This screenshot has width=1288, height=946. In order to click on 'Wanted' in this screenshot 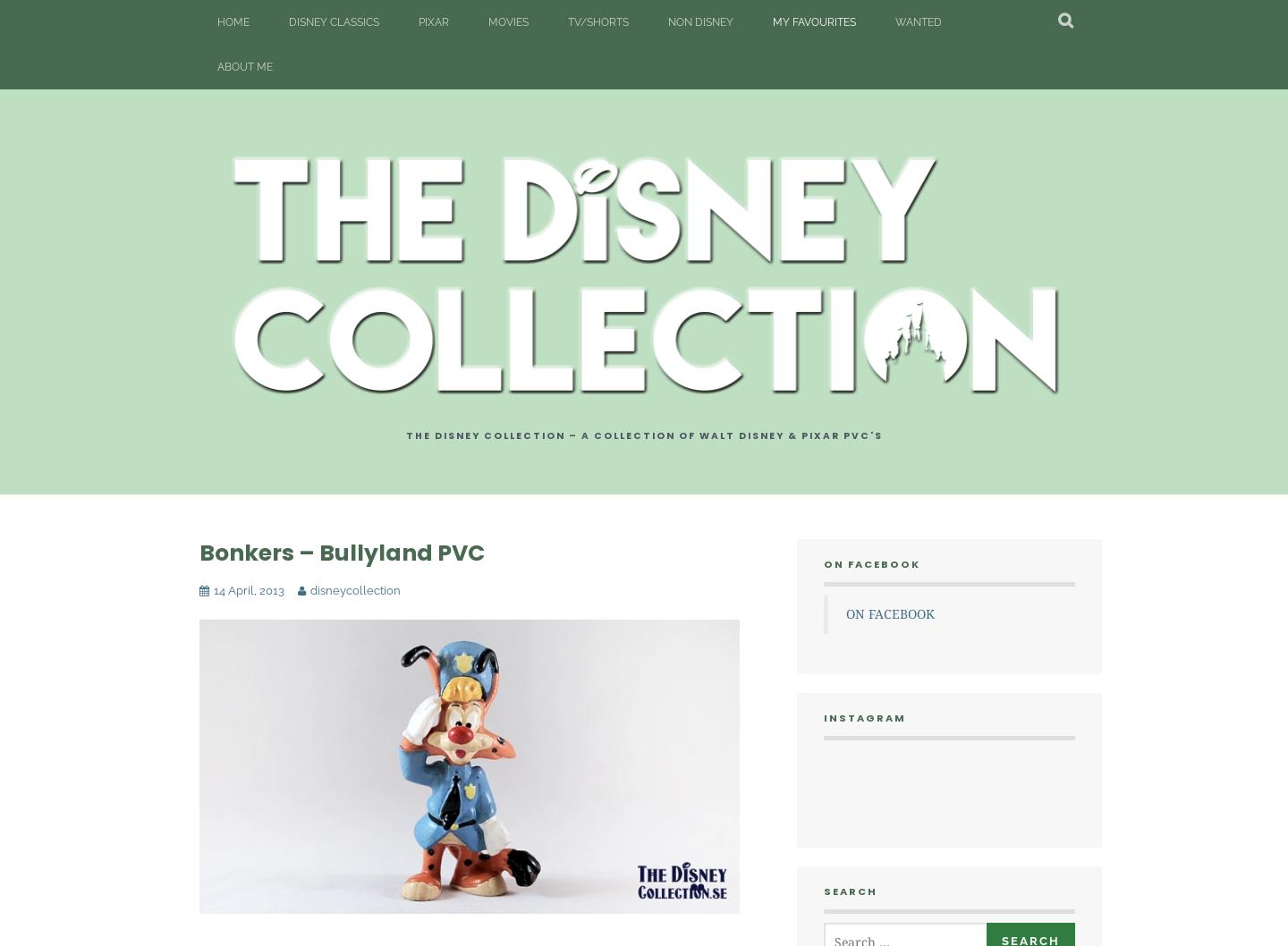, I will do `click(894, 21)`.